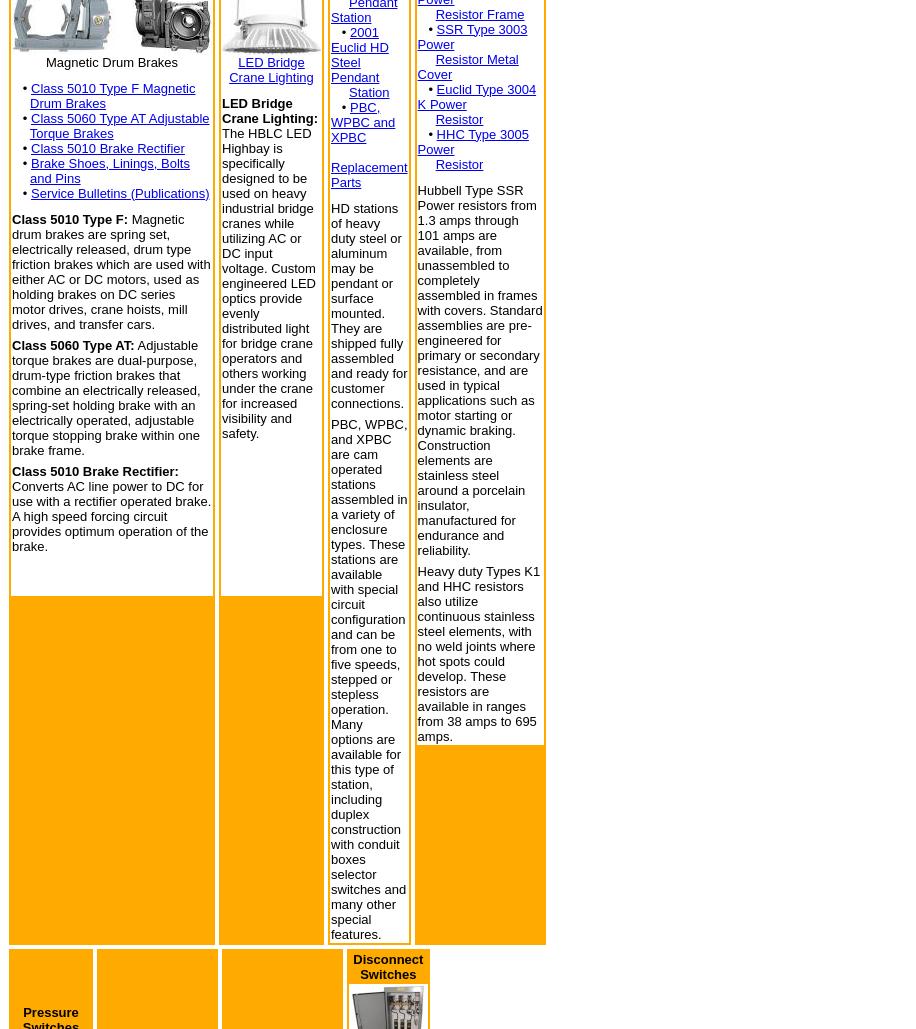  What do you see at coordinates (119, 192) in the screenshot?
I see `'Service Bulletins (Publications)'` at bounding box center [119, 192].